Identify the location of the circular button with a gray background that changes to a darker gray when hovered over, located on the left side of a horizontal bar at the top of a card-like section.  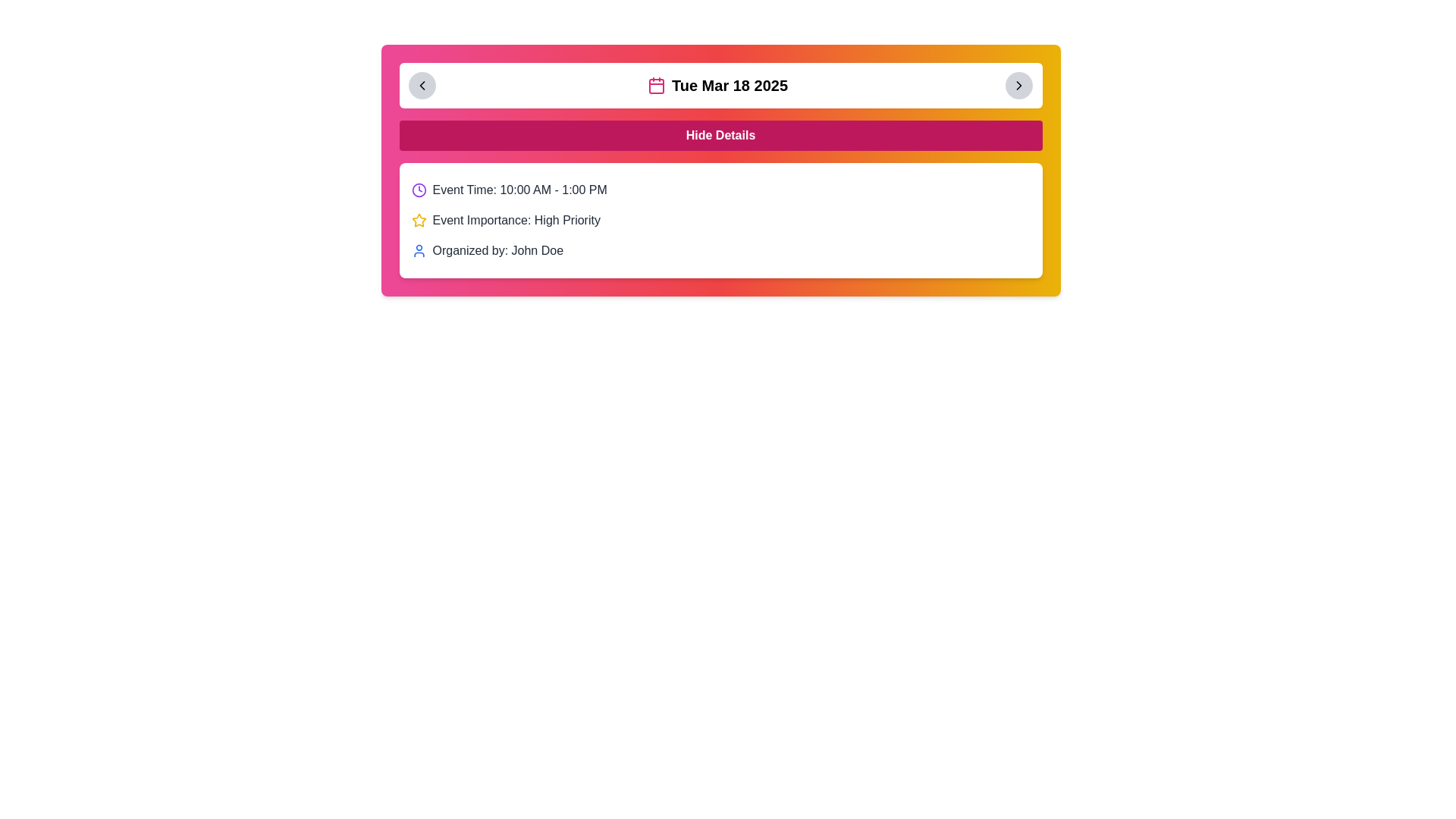
(422, 85).